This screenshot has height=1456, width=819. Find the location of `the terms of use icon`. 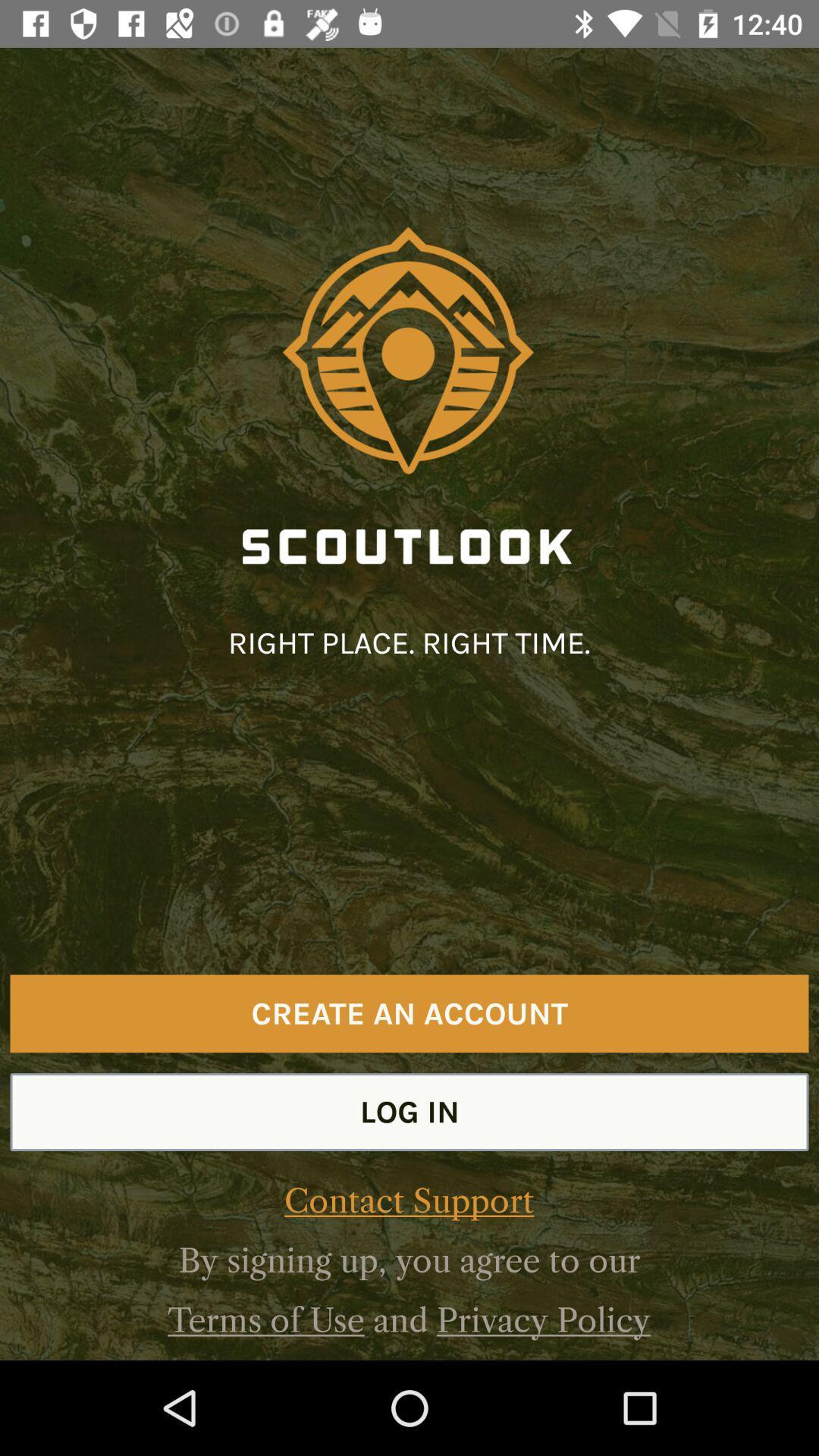

the terms of use icon is located at coordinates (265, 1319).